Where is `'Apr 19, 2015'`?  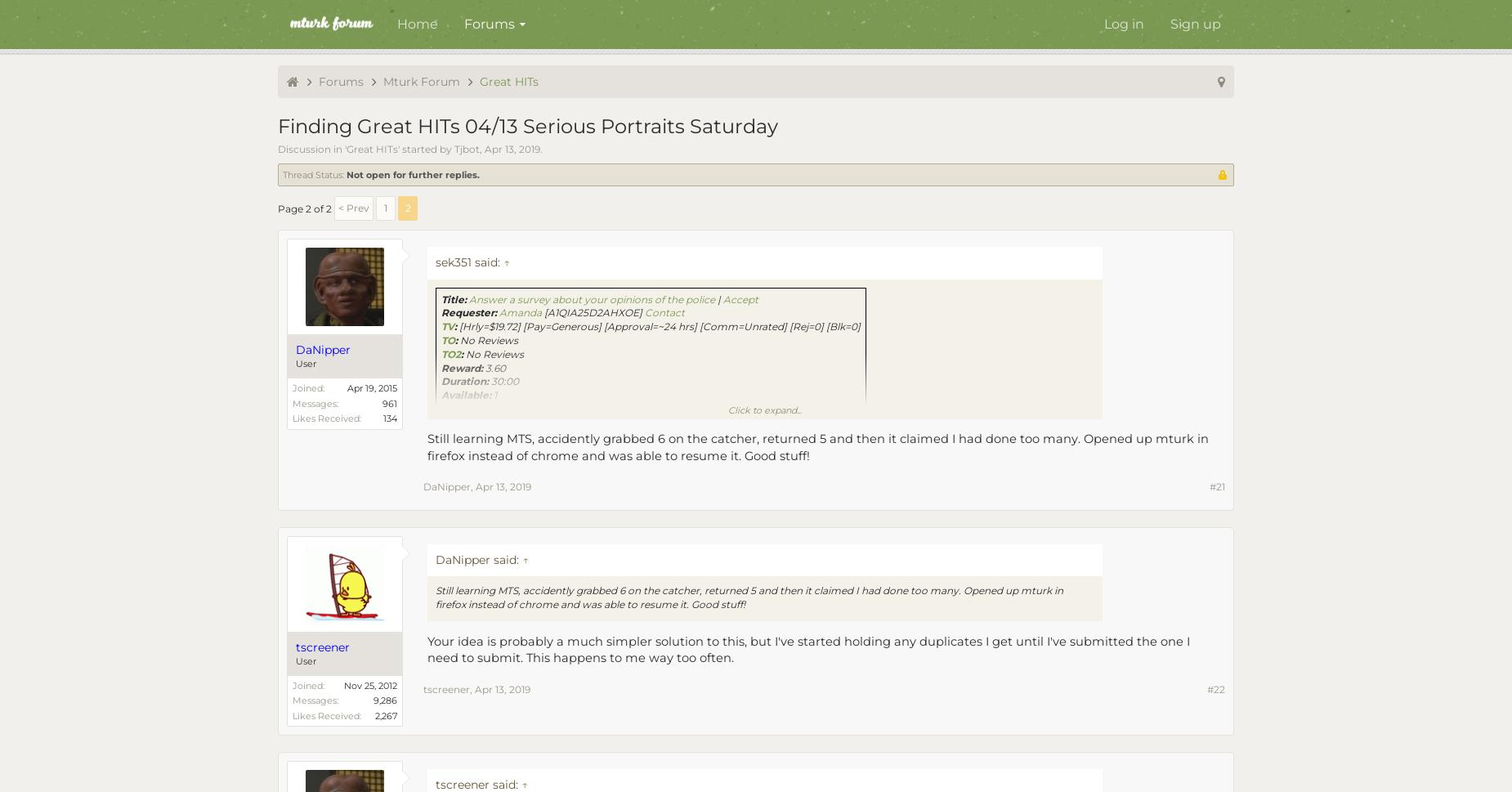
'Apr 19, 2015' is located at coordinates (346, 388).